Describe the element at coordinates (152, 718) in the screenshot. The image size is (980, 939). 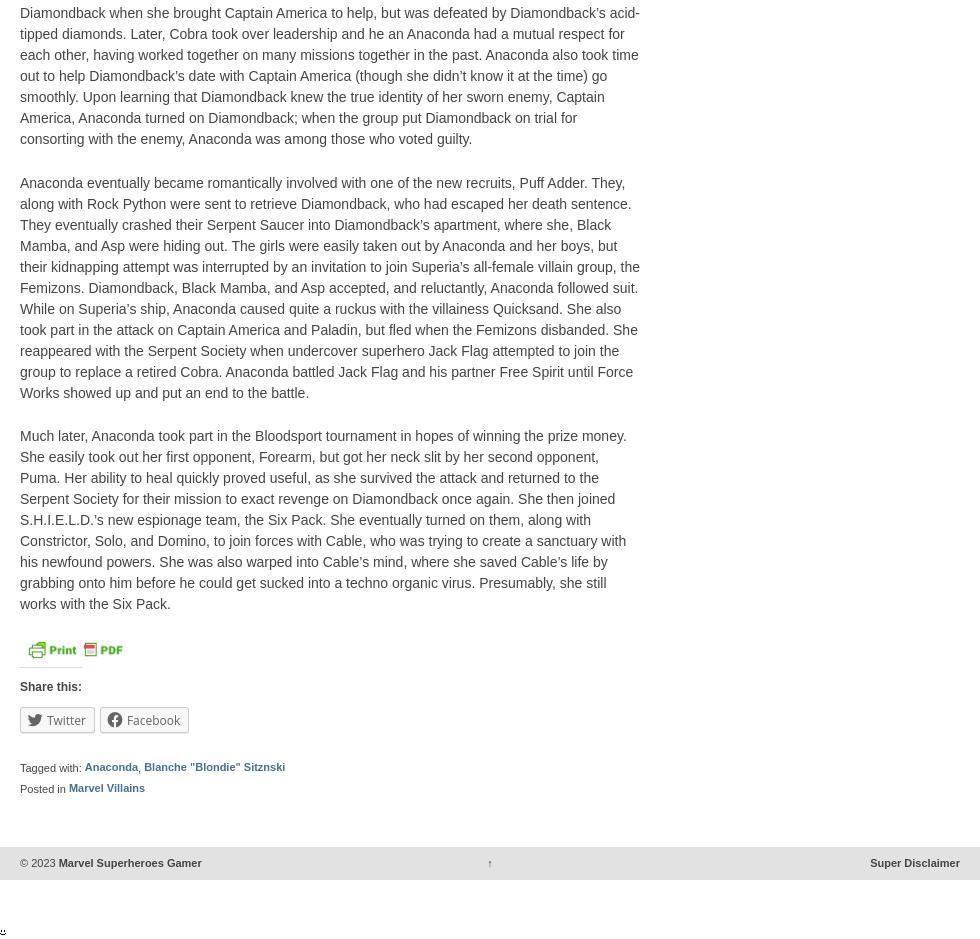
I see `'Facebook'` at that location.